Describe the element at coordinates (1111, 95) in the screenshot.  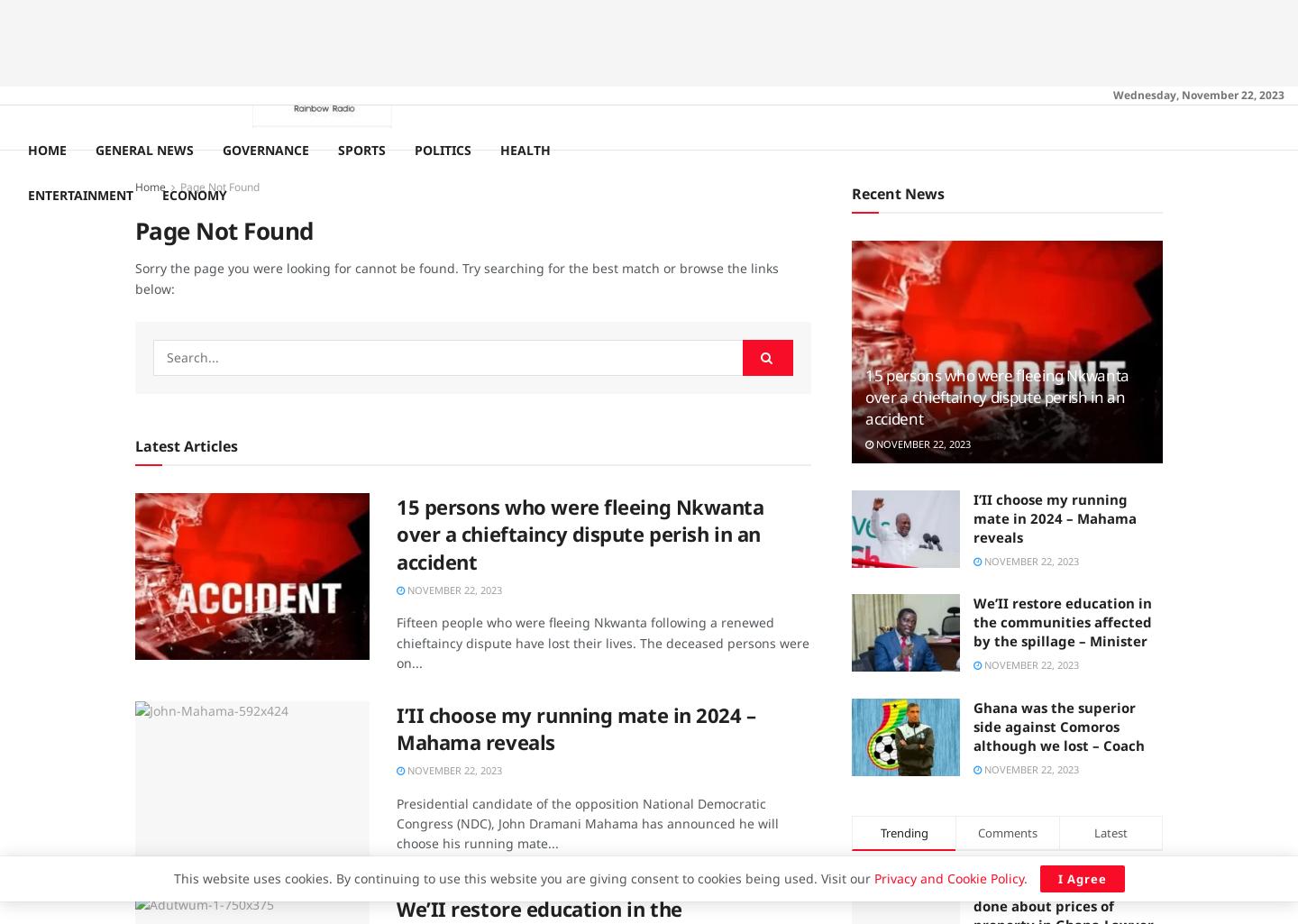
I see `'Wednesday, November 22, 2023'` at that location.